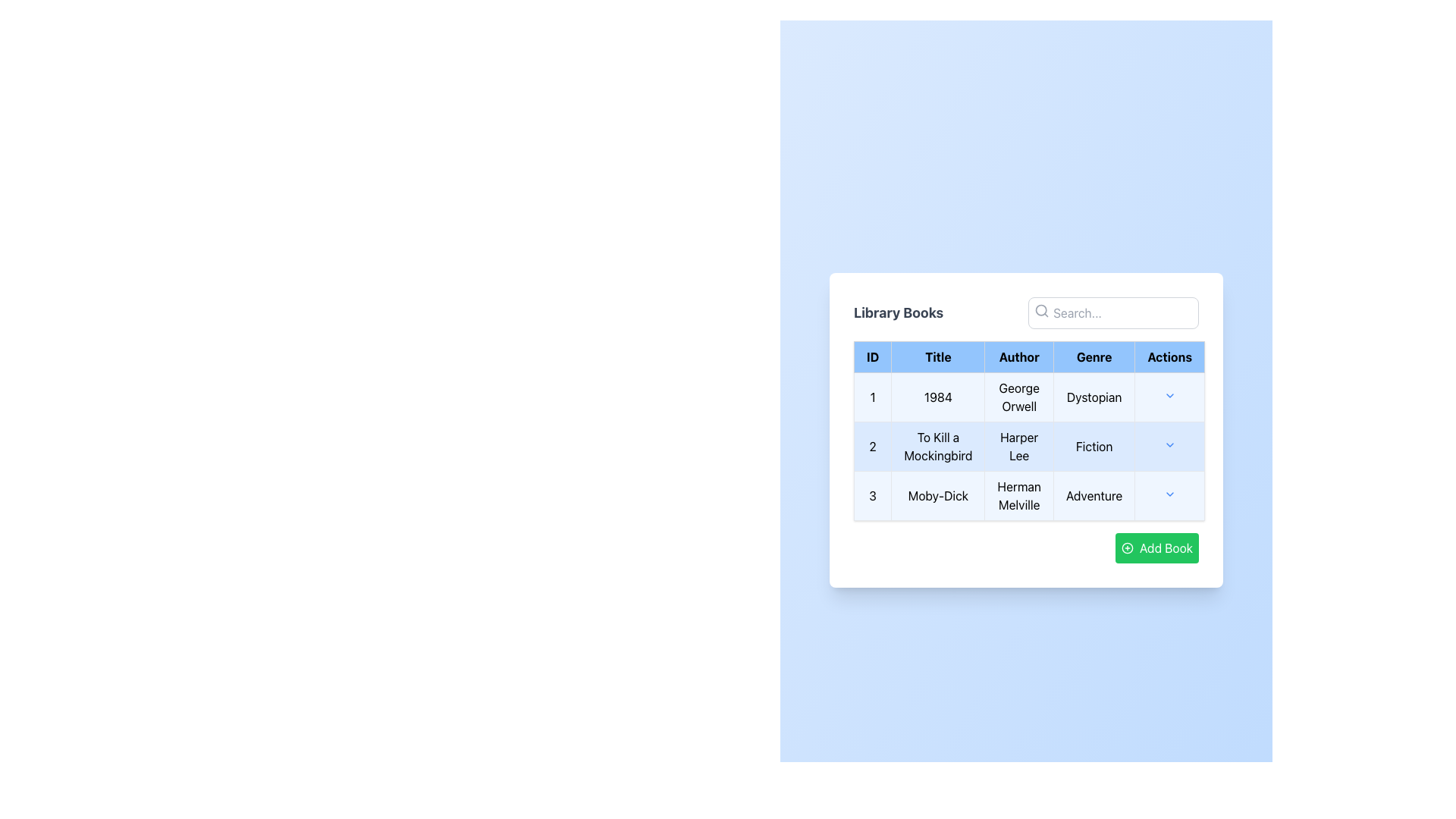  Describe the element at coordinates (1094, 445) in the screenshot. I see `the static text label displaying 'Fiction' located in the 'Genre' column of the table, positioned in the fourth column of the second row` at that location.